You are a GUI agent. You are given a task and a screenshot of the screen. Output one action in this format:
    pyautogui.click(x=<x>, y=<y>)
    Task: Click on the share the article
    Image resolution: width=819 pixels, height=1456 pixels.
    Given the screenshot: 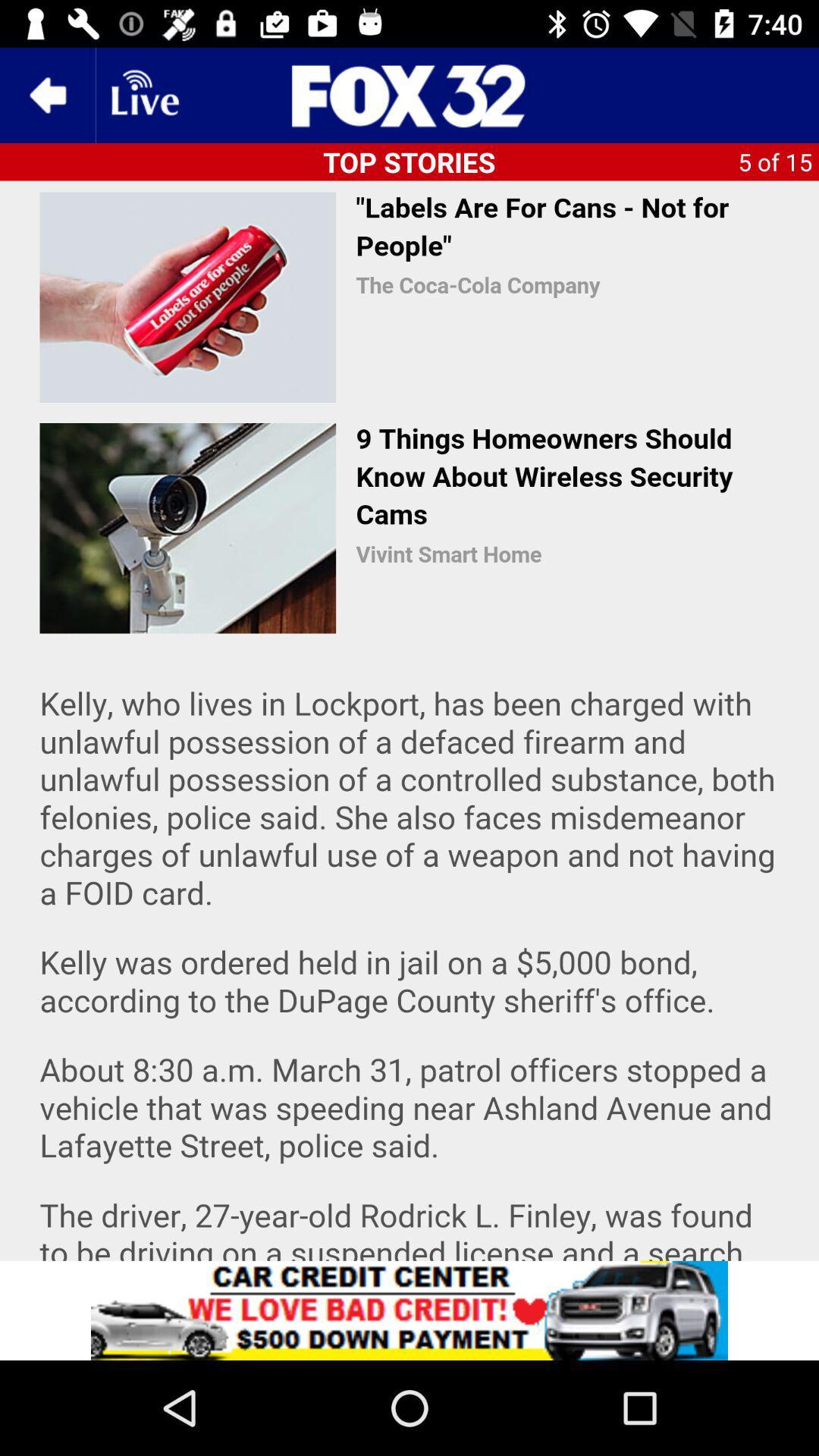 What is the action you would take?
    pyautogui.click(x=409, y=1310)
    